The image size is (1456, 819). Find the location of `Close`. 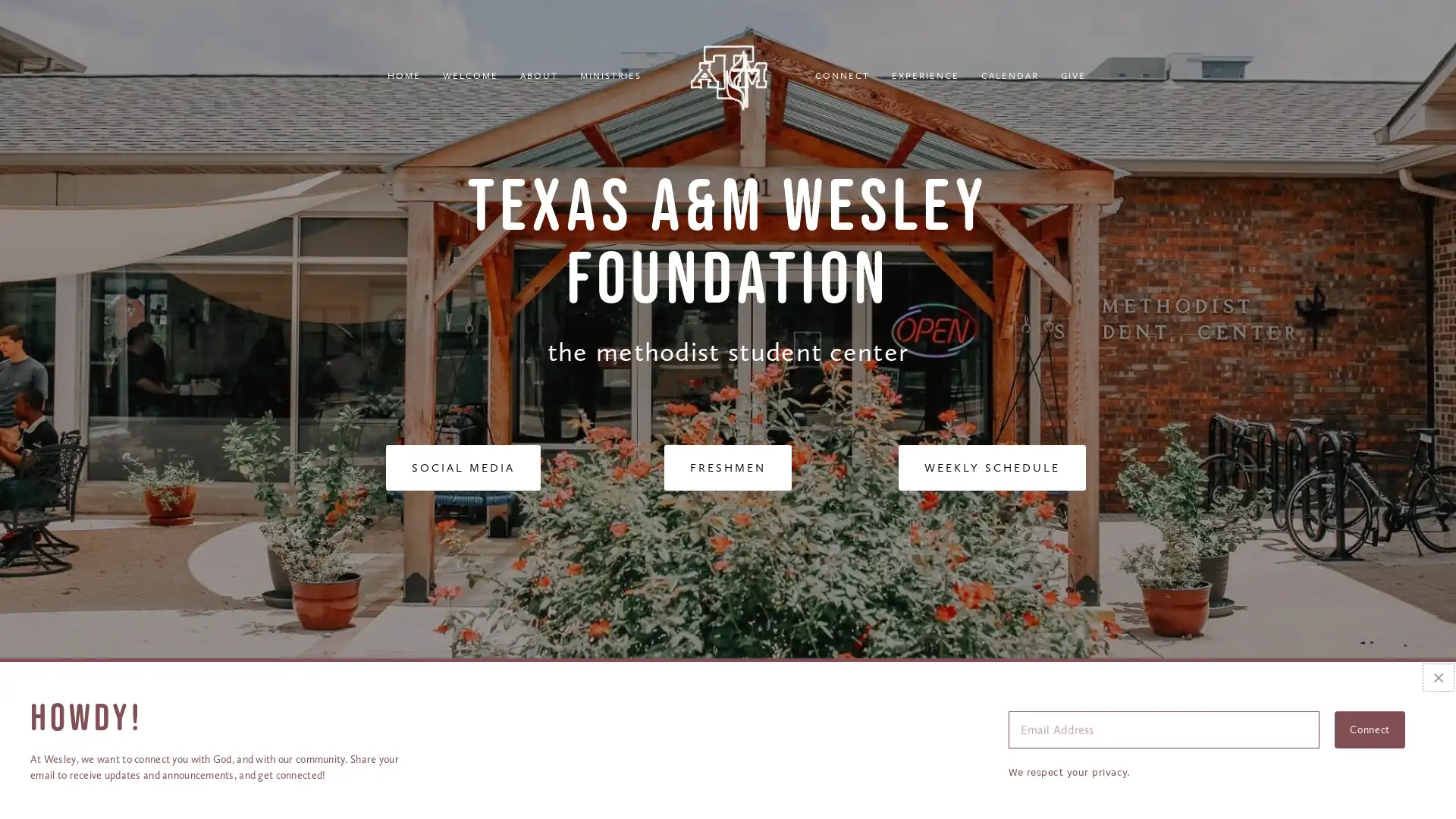

Close is located at coordinates (1437, 676).